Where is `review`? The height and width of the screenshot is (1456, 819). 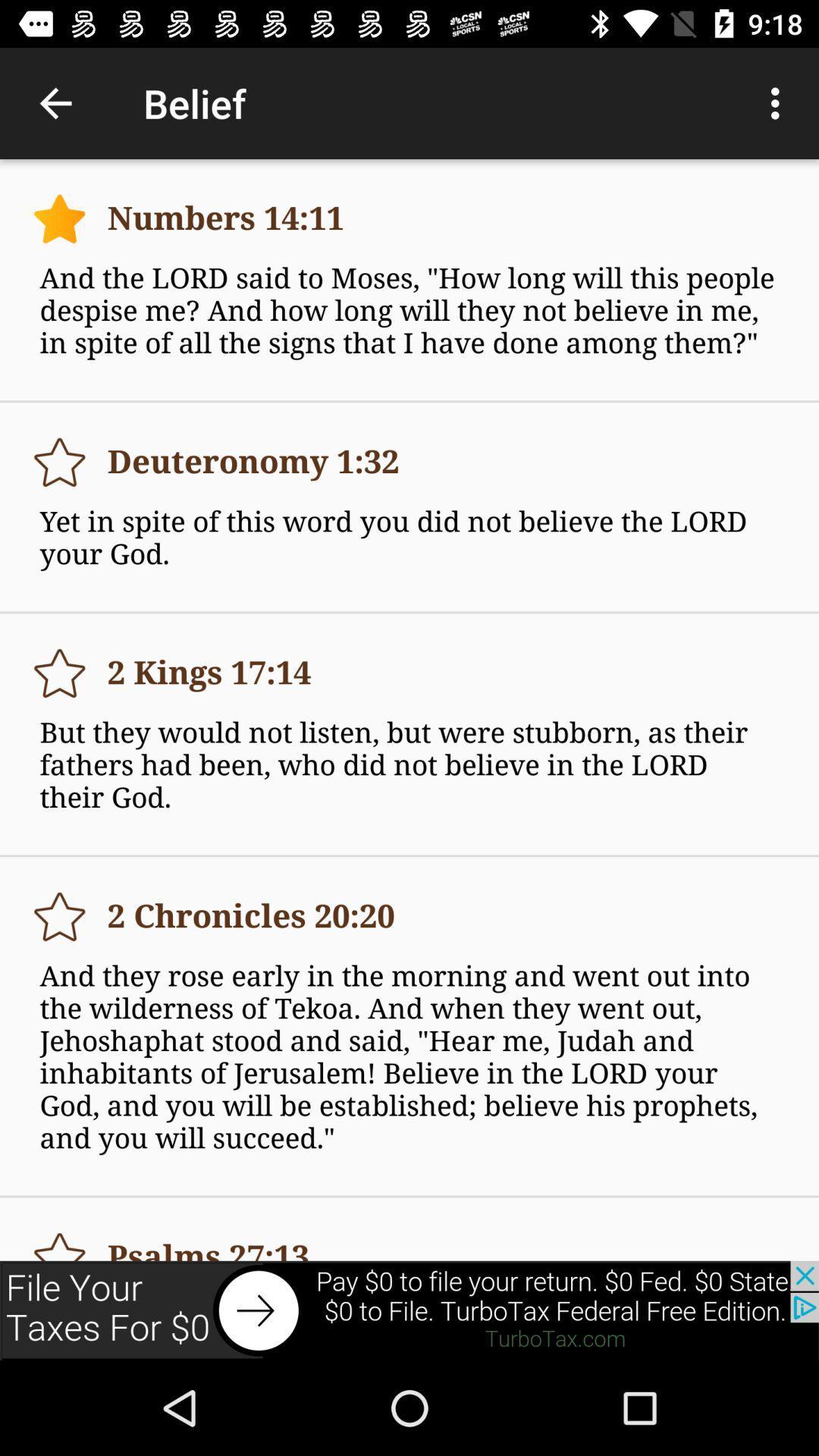
review is located at coordinates (58, 916).